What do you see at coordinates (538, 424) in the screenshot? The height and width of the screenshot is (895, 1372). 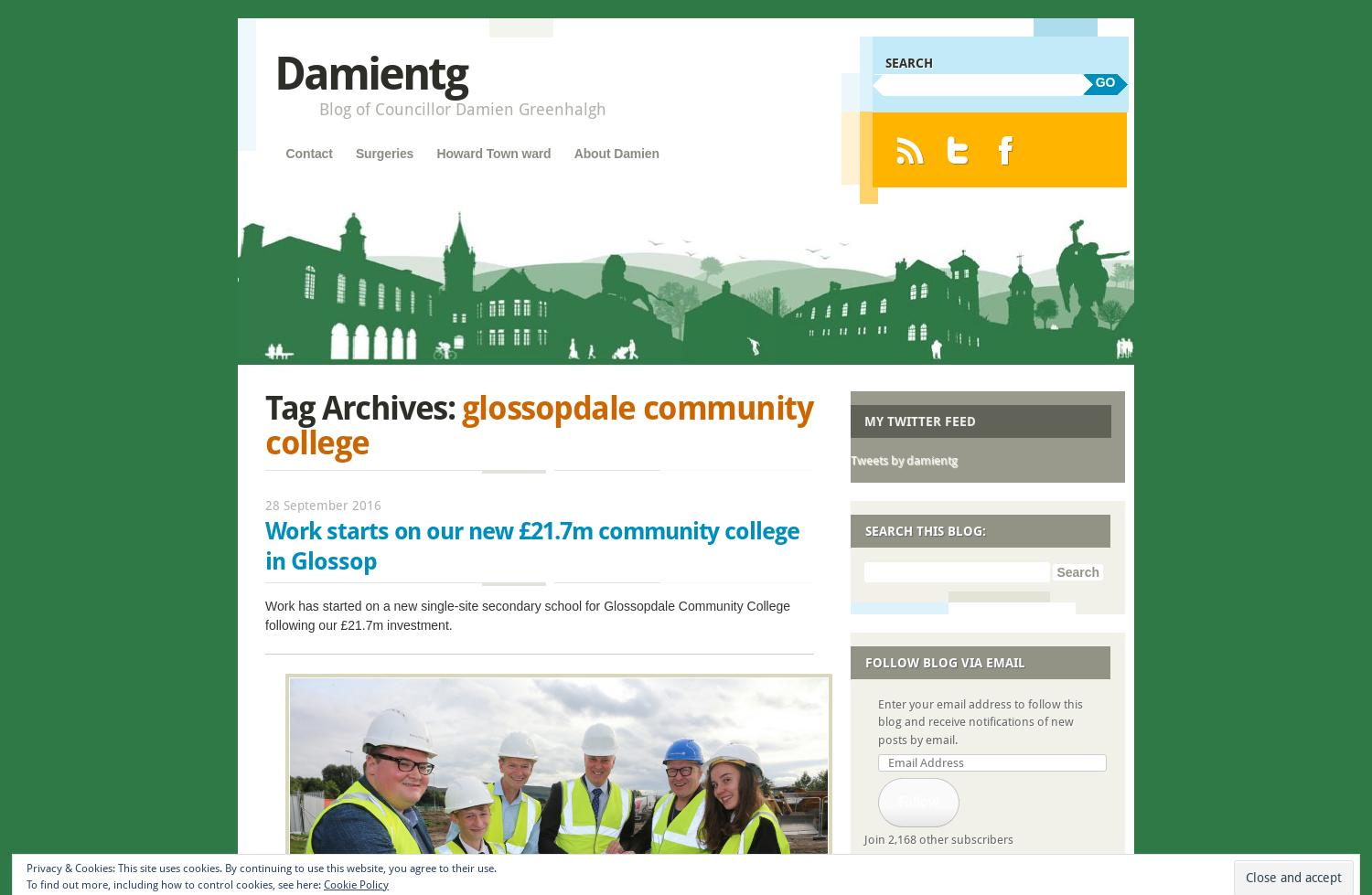 I see `'glossopdale community college'` at bounding box center [538, 424].